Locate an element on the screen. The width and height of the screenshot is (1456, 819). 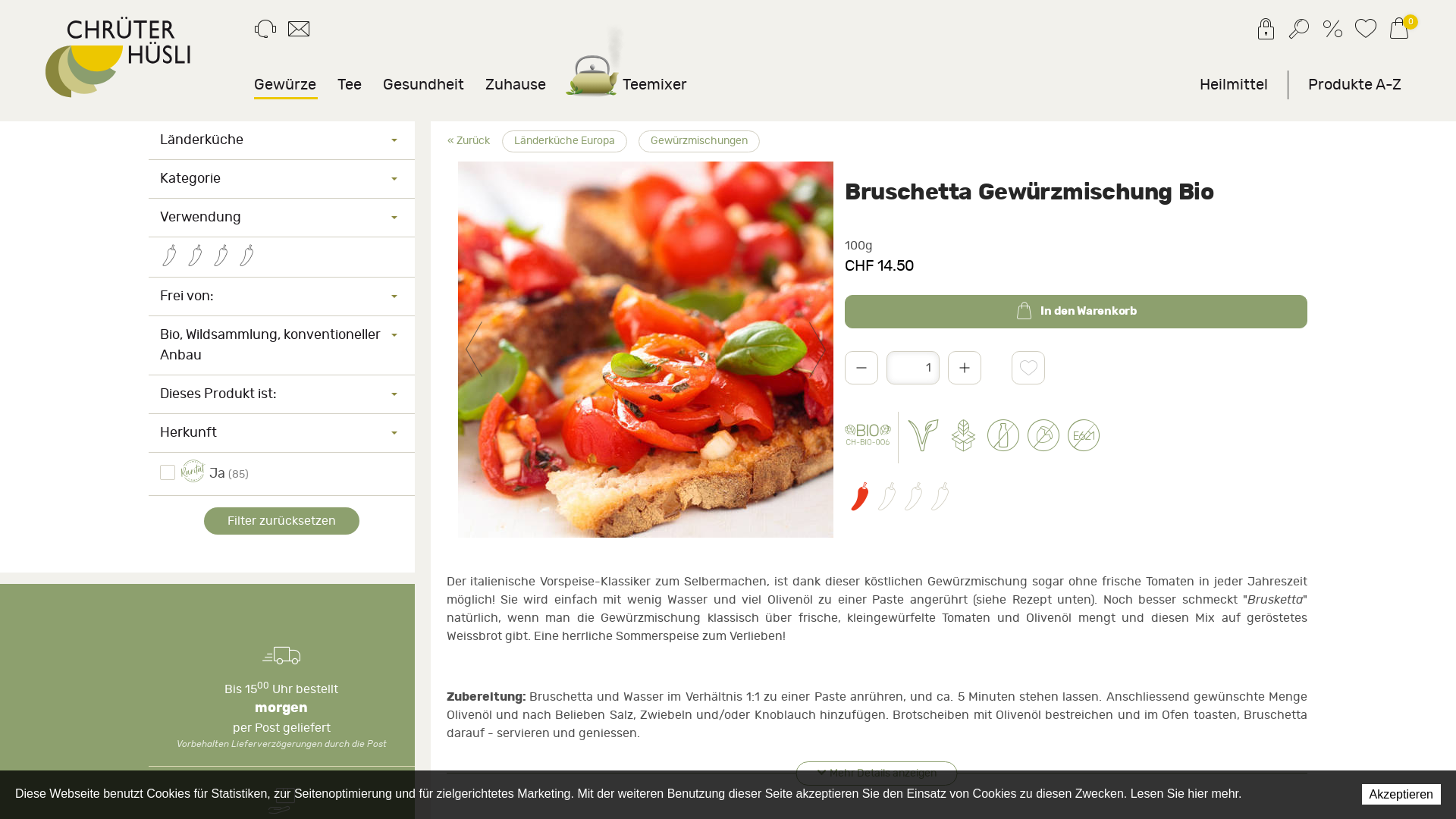
'E-mail' is located at coordinates (298, 32).